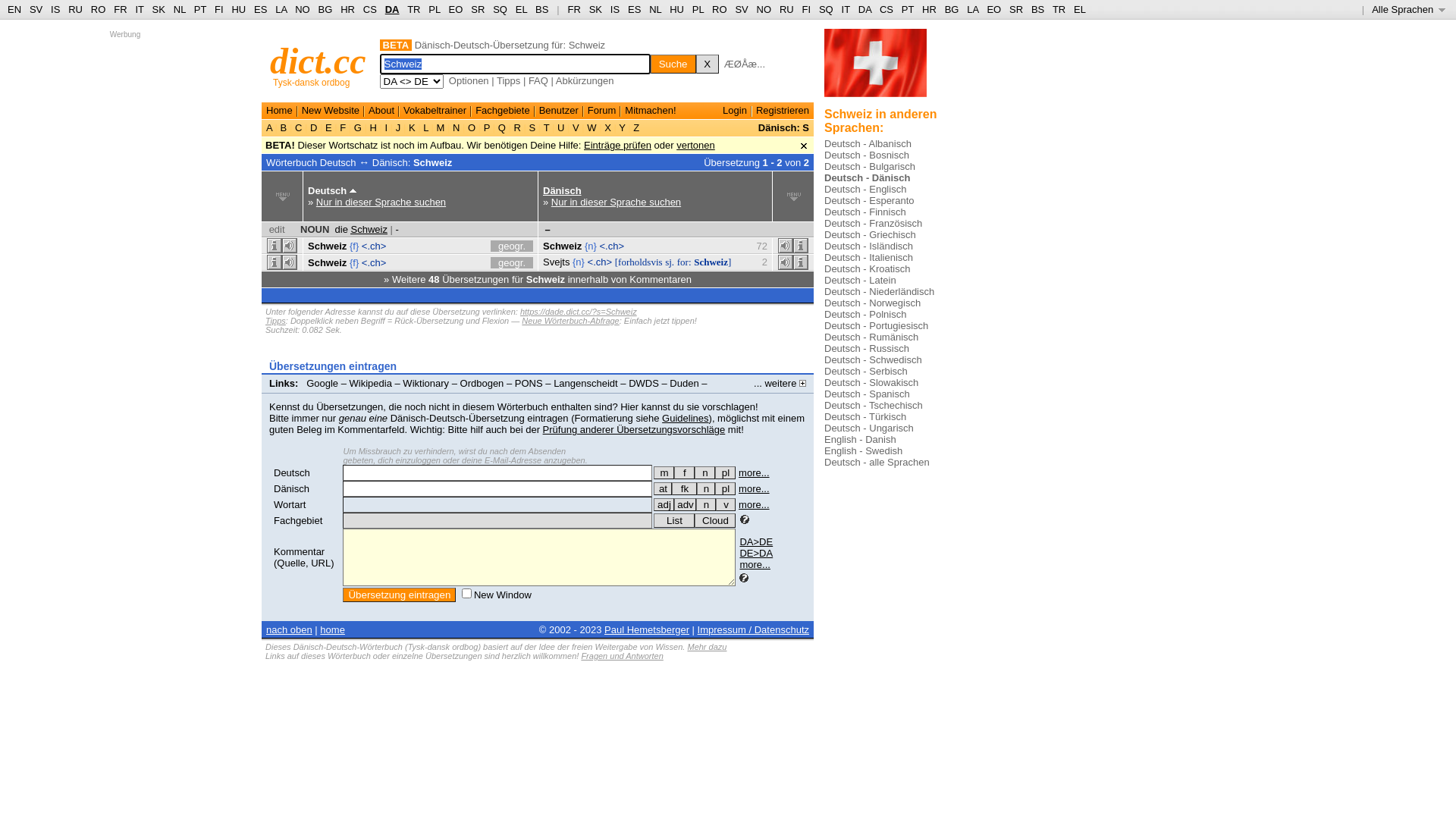 Image resolution: width=1456 pixels, height=819 pixels. What do you see at coordinates (487, 127) in the screenshot?
I see `'P'` at bounding box center [487, 127].